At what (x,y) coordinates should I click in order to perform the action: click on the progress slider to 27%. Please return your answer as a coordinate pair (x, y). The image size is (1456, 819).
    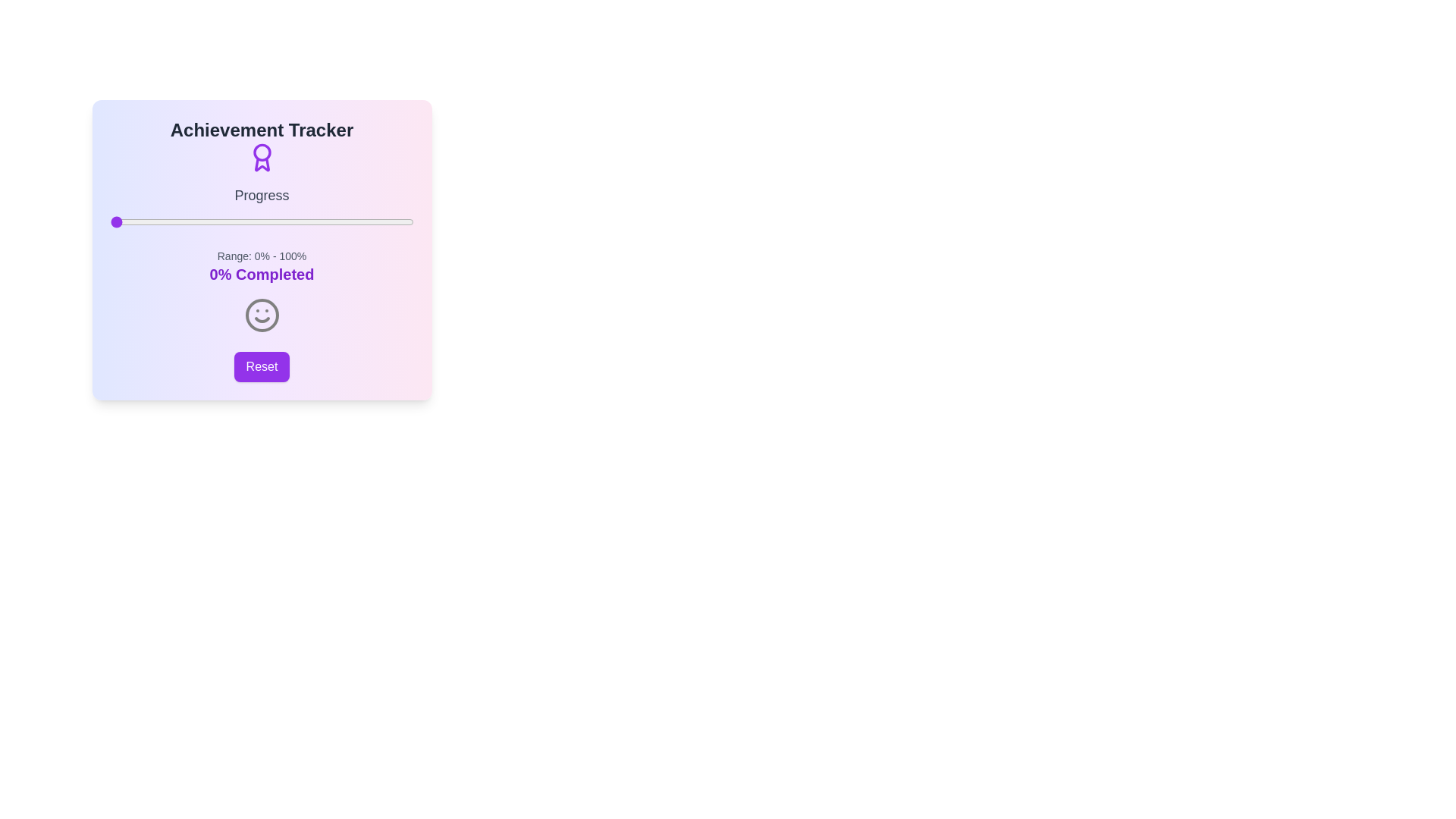
    Looking at the image, I should click on (191, 222).